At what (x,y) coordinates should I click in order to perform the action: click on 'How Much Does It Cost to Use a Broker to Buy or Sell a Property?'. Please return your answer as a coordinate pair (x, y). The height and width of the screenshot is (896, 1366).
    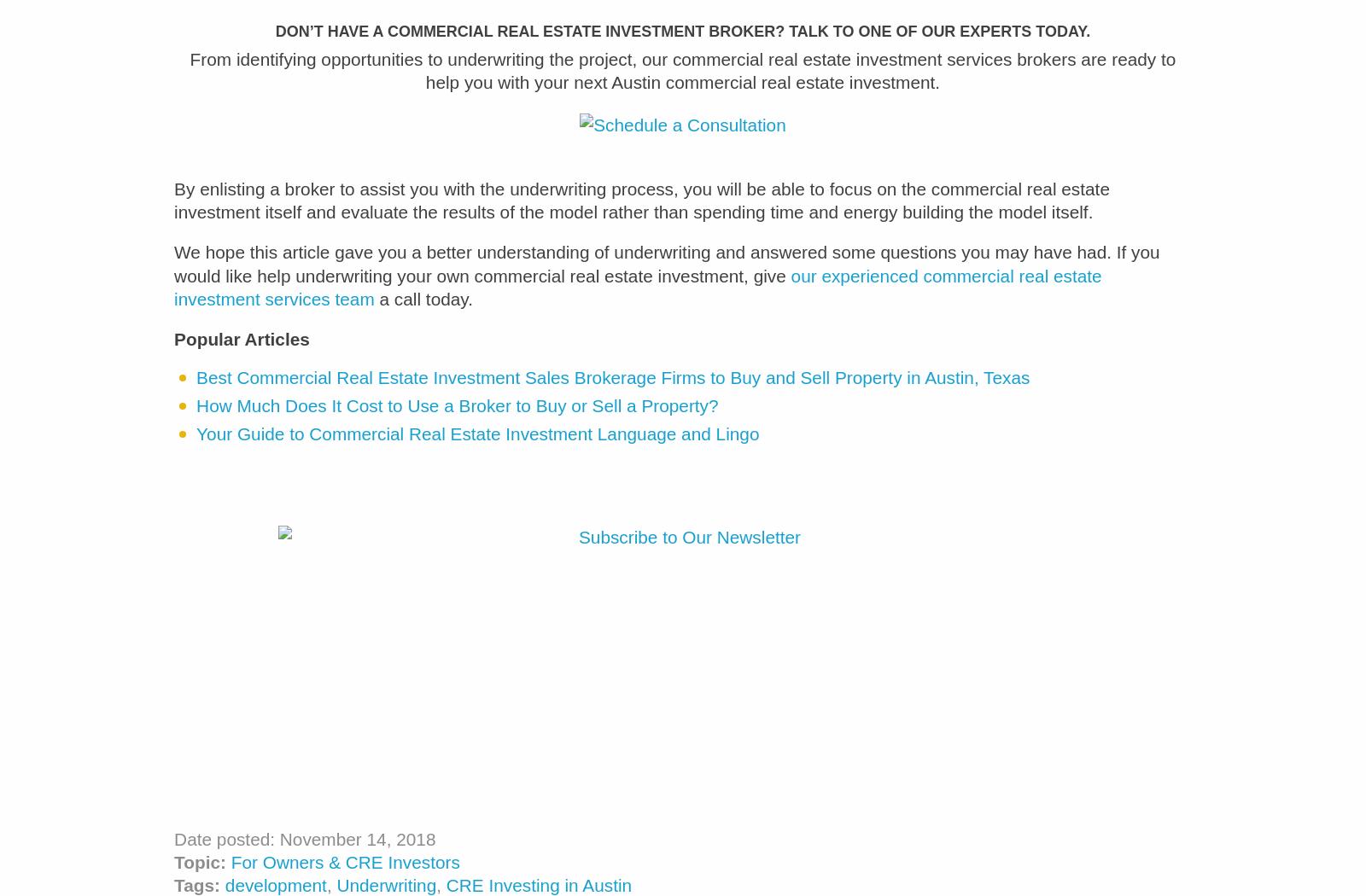
    Looking at the image, I should click on (196, 416).